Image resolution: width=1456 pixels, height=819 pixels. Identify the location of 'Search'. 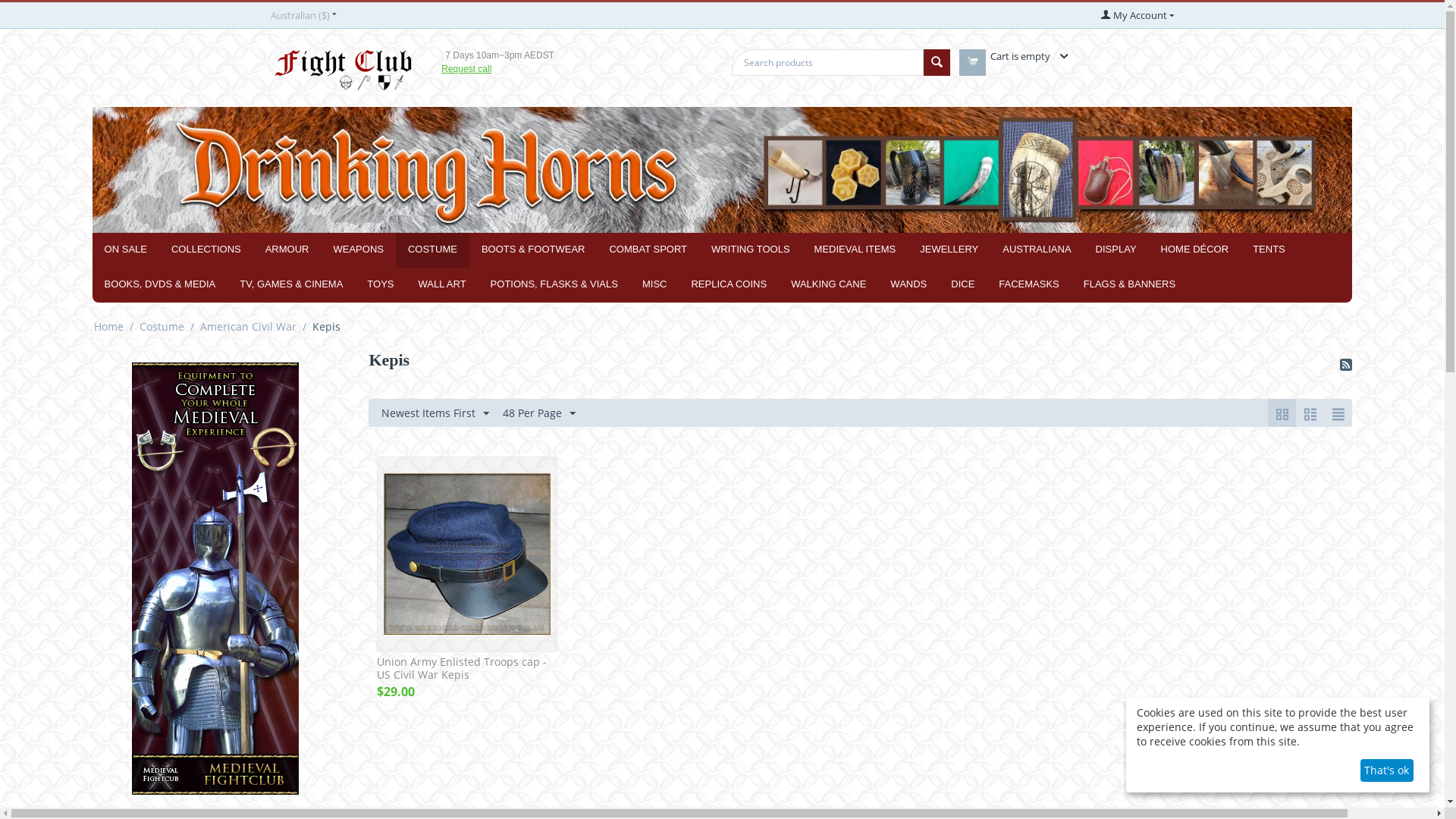
(936, 61).